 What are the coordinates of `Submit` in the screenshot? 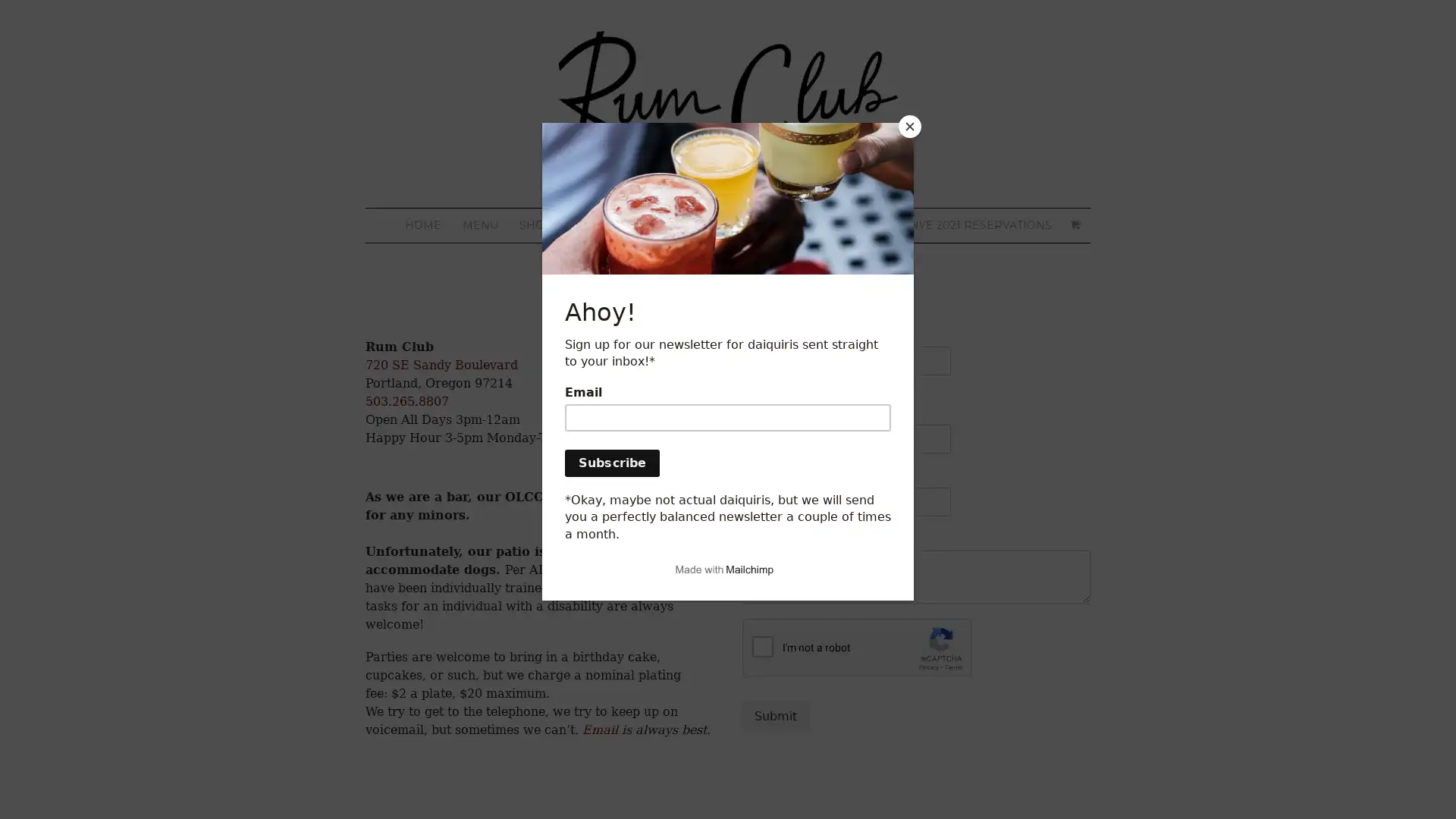 It's located at (775, 716).